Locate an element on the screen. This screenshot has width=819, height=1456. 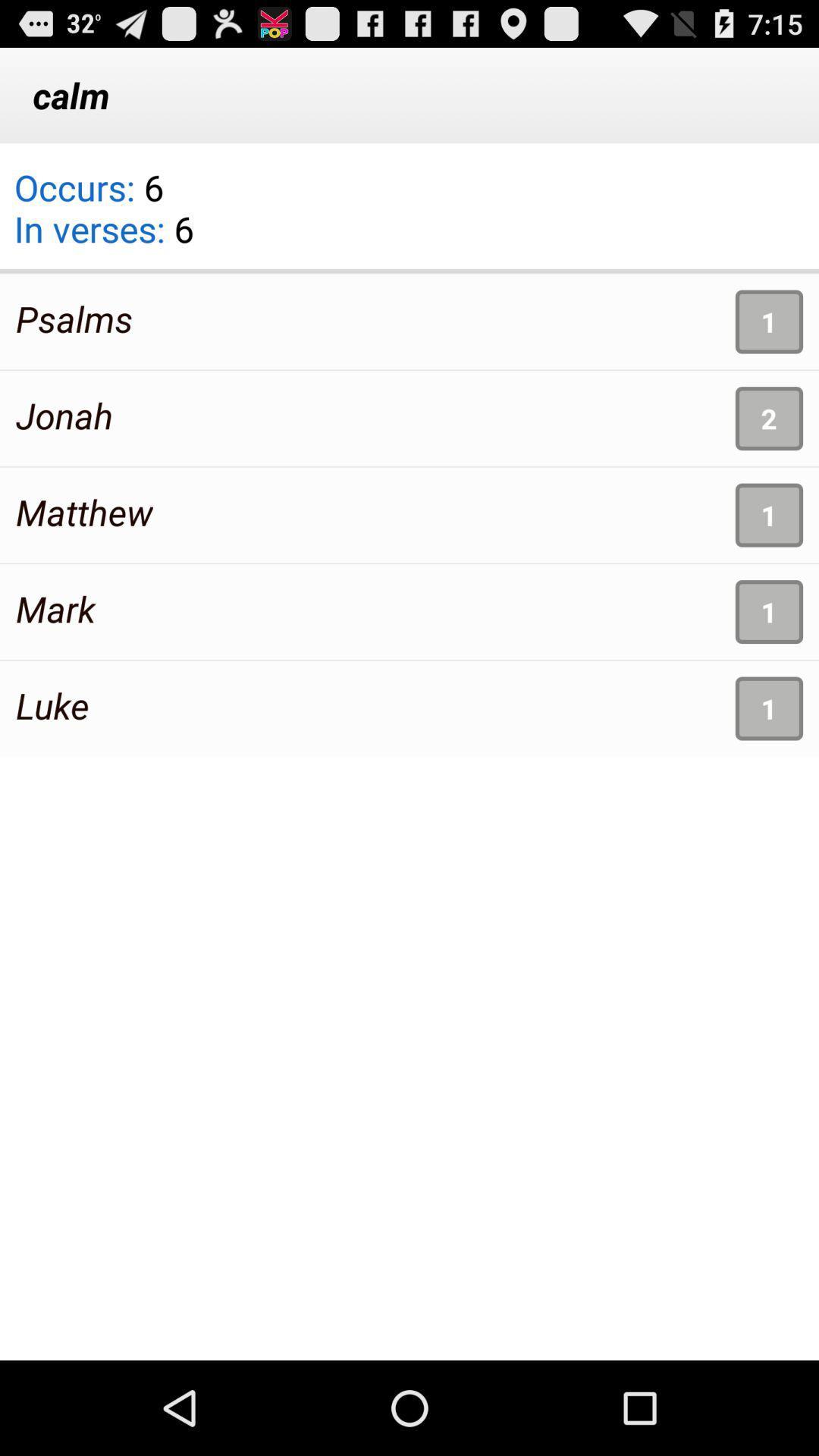
app above the mark item is located at coordinates (84, 512).